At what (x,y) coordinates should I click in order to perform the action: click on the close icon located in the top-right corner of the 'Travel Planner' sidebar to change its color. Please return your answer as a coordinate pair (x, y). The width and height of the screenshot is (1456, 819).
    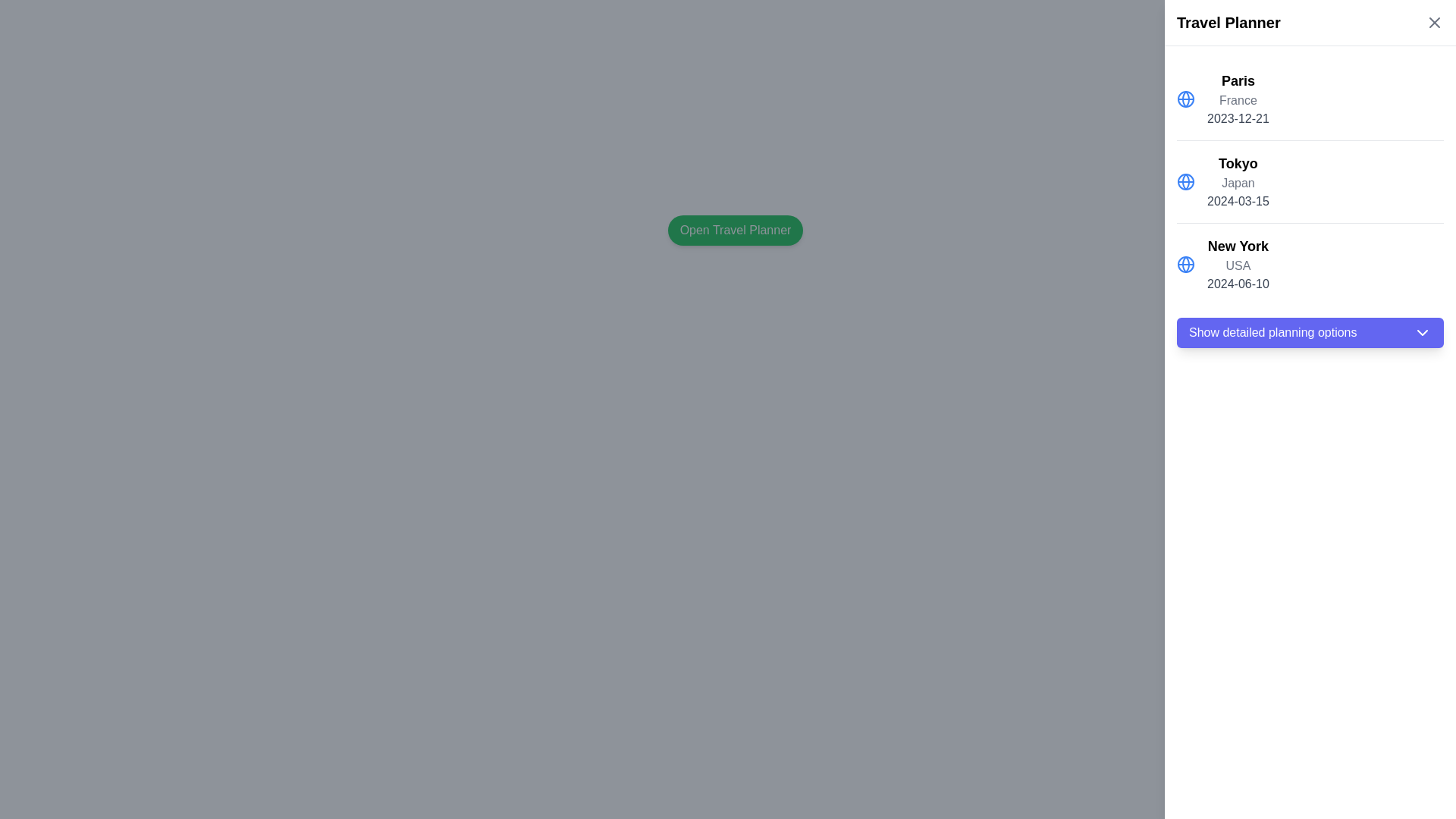
    Looking at the image, I should click on (1433, 23).